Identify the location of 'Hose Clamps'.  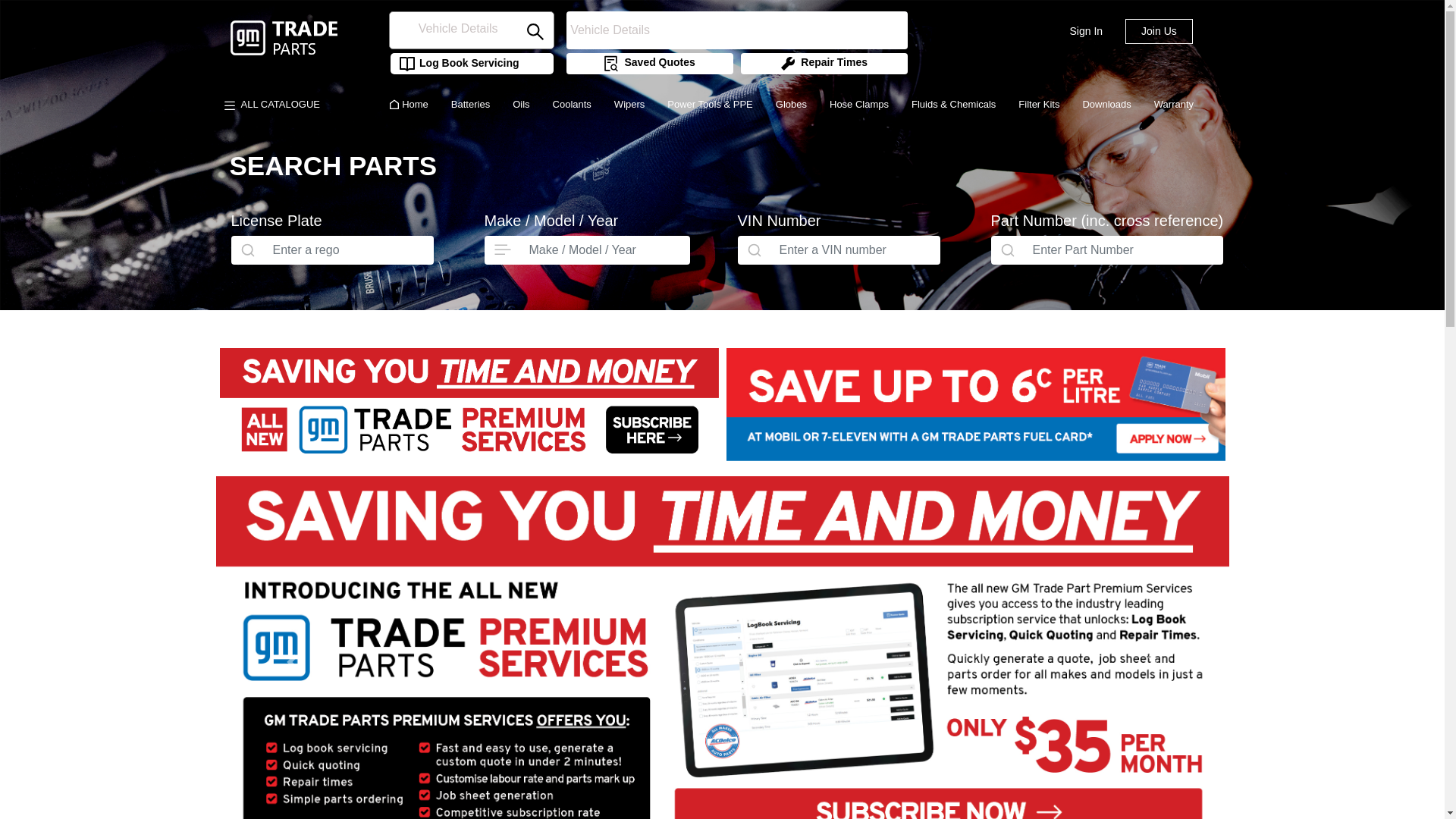
(858, 104).